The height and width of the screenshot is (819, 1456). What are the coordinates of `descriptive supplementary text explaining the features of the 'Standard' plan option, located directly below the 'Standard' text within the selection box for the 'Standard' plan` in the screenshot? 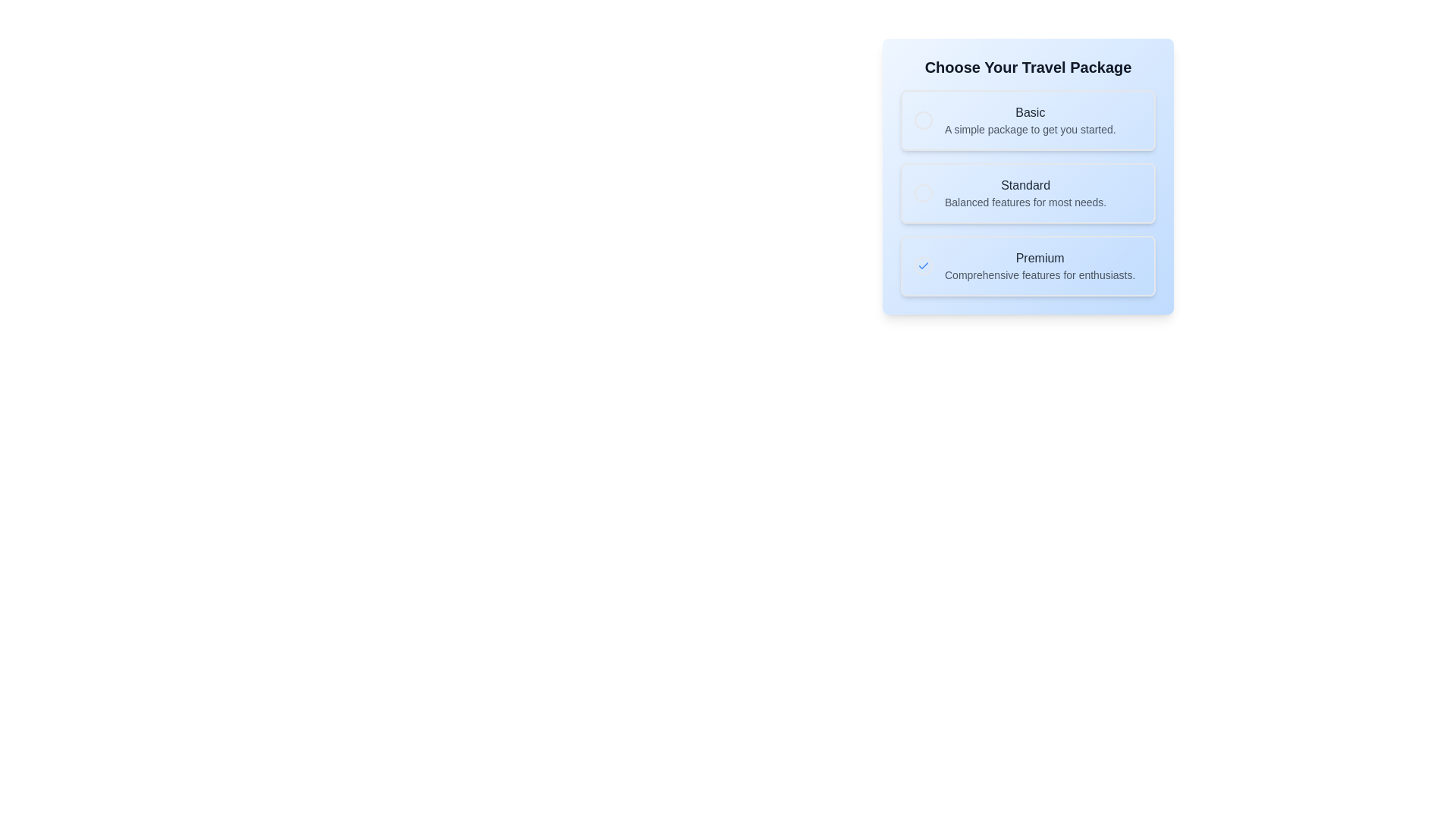 It's located at (1025, 201).